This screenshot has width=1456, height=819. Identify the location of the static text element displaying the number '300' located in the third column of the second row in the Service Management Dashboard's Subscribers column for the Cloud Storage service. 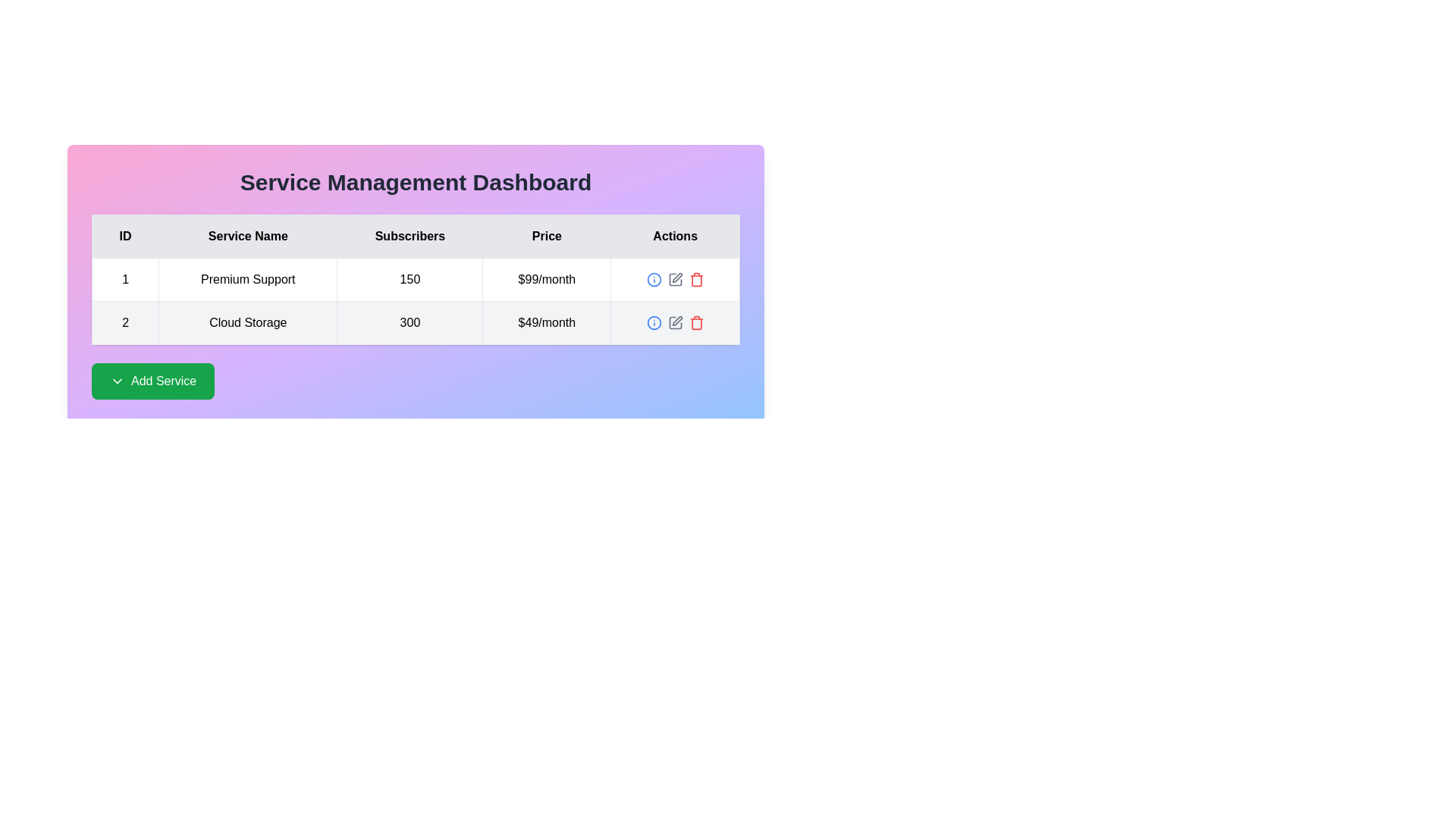
(409, 322).